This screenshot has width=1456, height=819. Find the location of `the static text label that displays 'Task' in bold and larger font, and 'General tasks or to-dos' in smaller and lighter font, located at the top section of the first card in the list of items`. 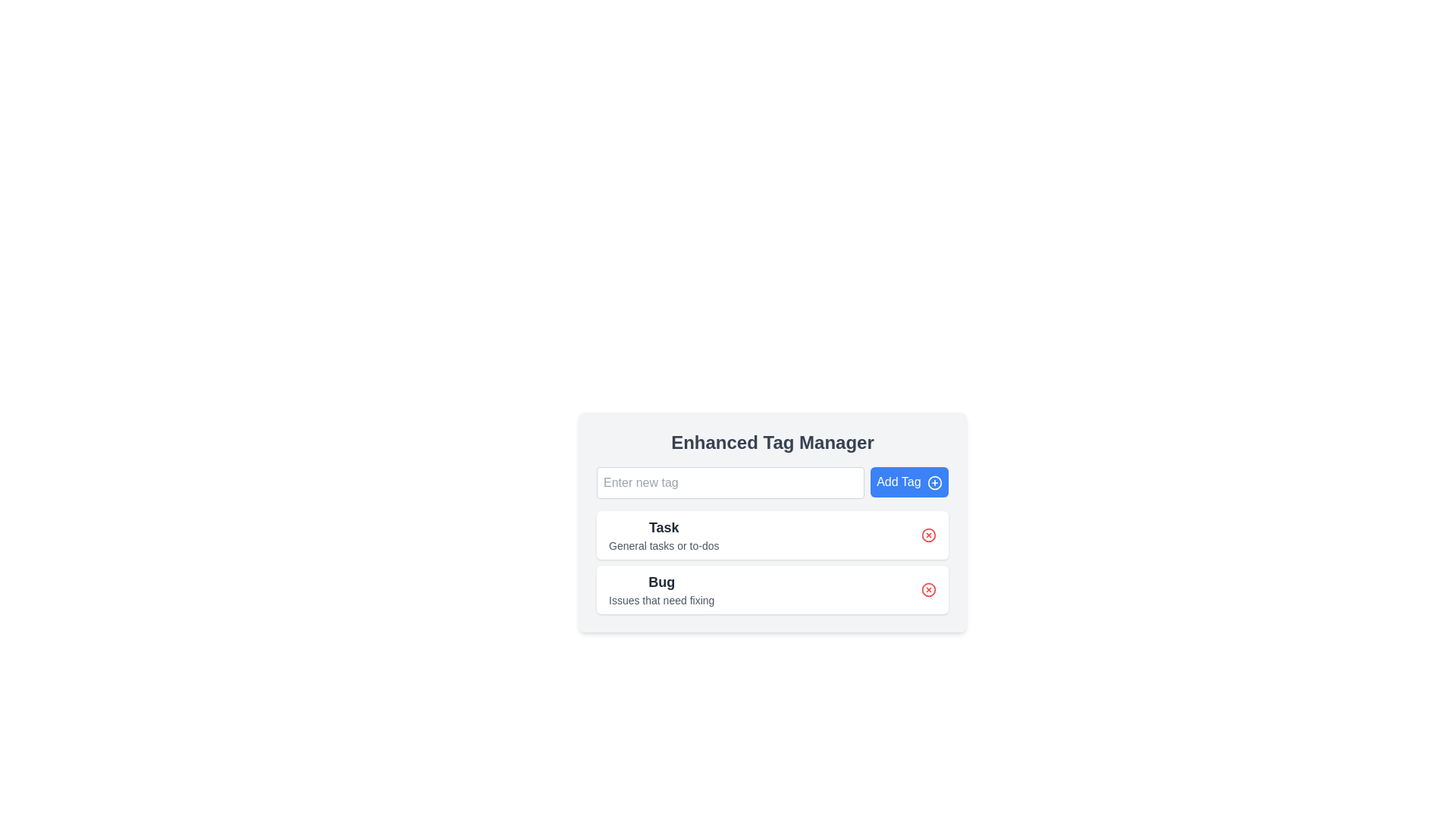

the static text label that displays 'Task' in bold and larger font, and 'General tasks or to-dos' in smaller and lighter font, located at the top section of the first card in the list of items is located at coordinates (664, 534).